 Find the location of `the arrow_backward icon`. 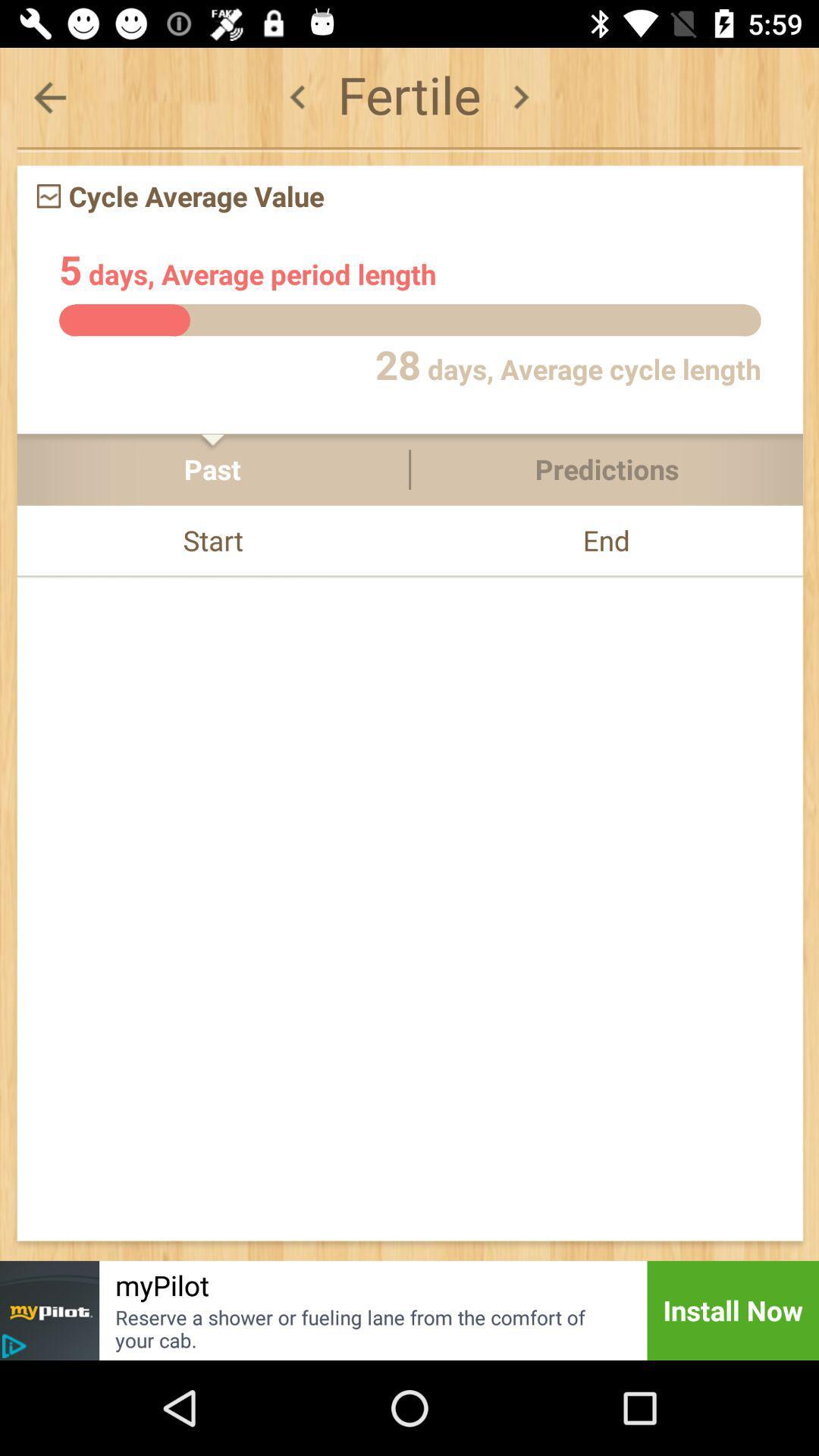

the arrow_backward icon is located at coordinates (298, 96).